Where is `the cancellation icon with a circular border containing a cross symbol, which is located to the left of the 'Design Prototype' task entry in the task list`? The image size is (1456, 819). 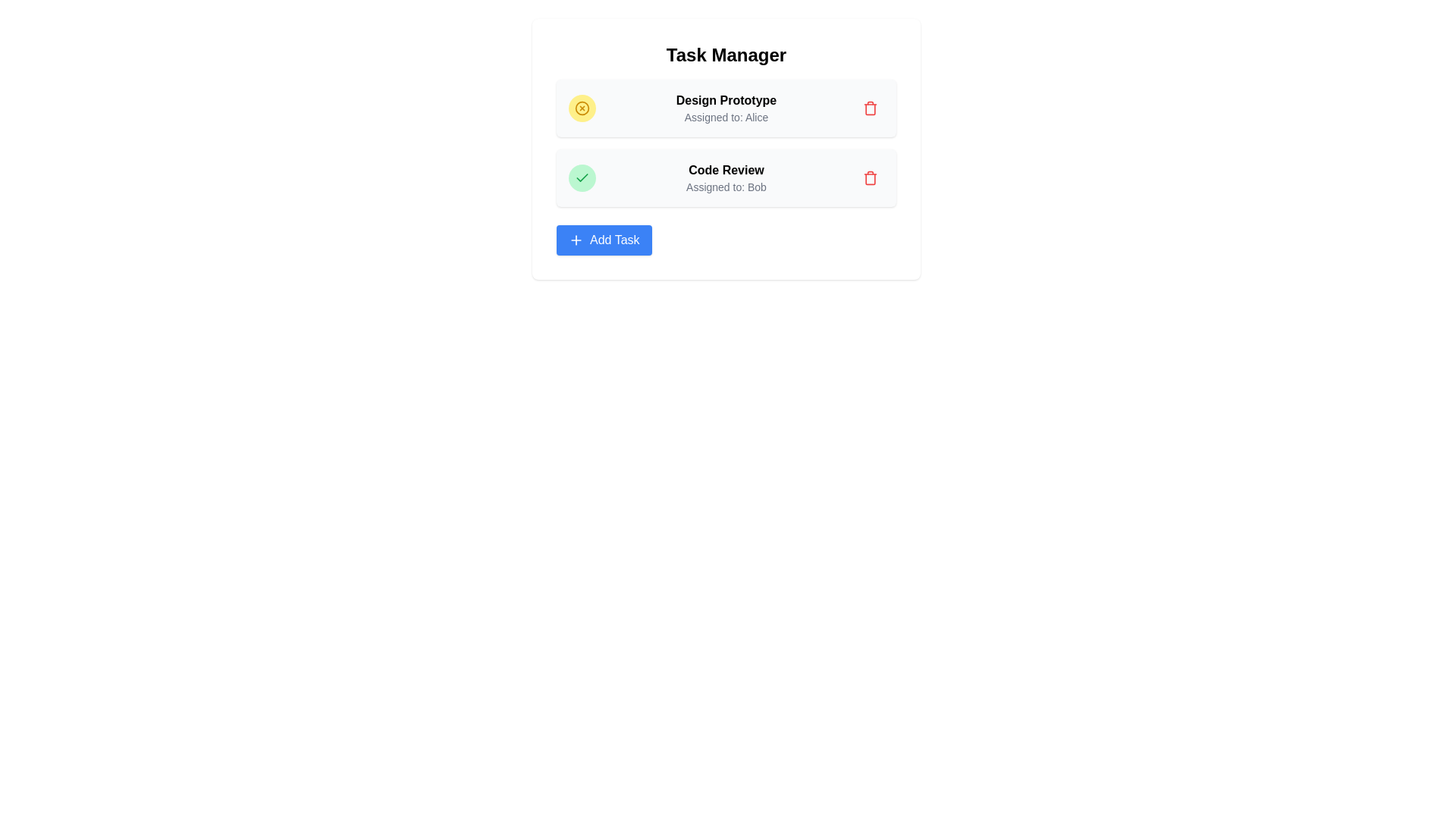 the cancellation icon with a circular border containing a cross symbol, which is located to the left of the 'Design Prototype' task entry in the task list is located at coordinates (582, 107).